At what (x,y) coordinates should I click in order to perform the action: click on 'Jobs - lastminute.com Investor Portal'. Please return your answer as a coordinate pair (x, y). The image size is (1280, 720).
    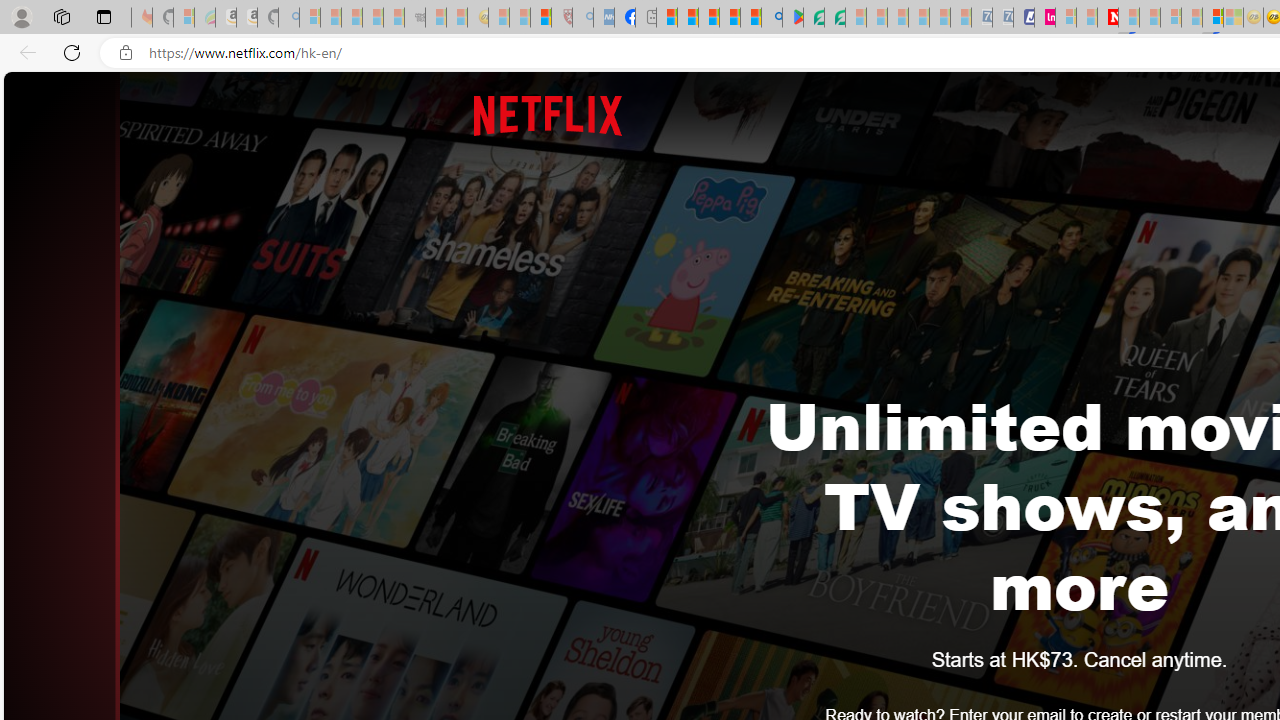
    Looking at the image, I should click on (1044, 17).